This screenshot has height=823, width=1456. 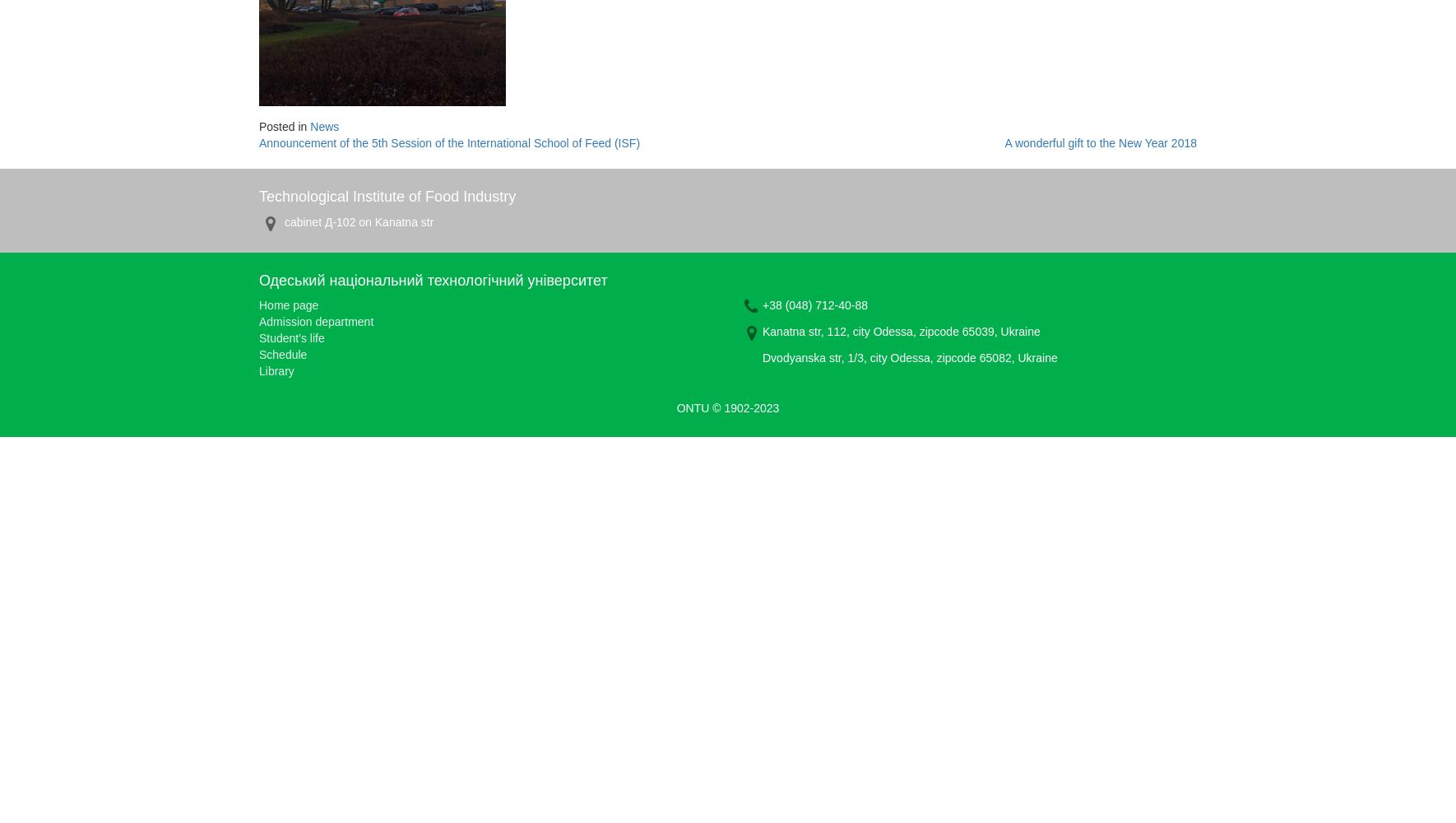 I want to click on '+38 (048) 712-40-88', so click(x=814, y=305).